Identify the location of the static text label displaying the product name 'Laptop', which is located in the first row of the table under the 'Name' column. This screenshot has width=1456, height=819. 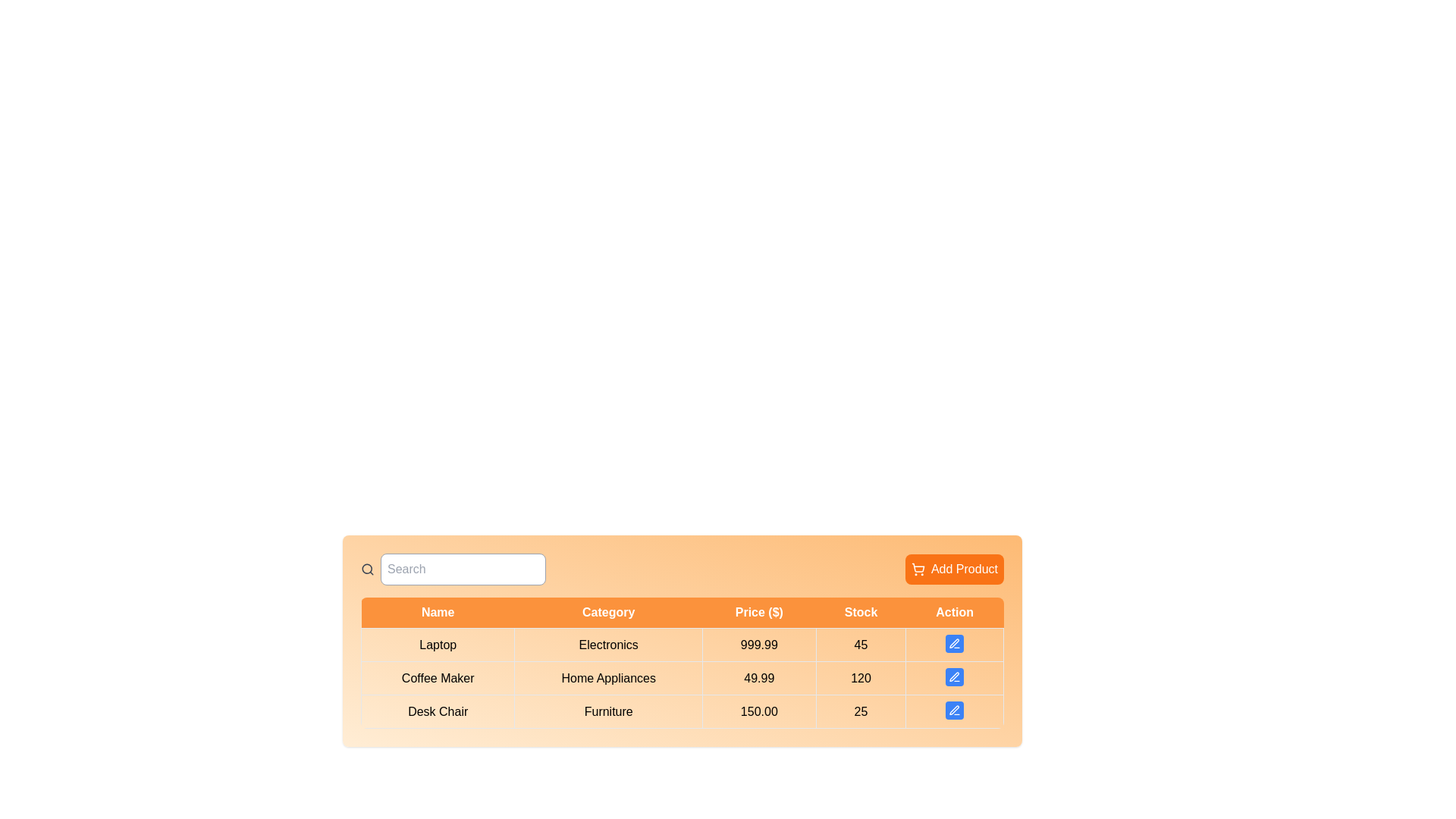
(437, 645).